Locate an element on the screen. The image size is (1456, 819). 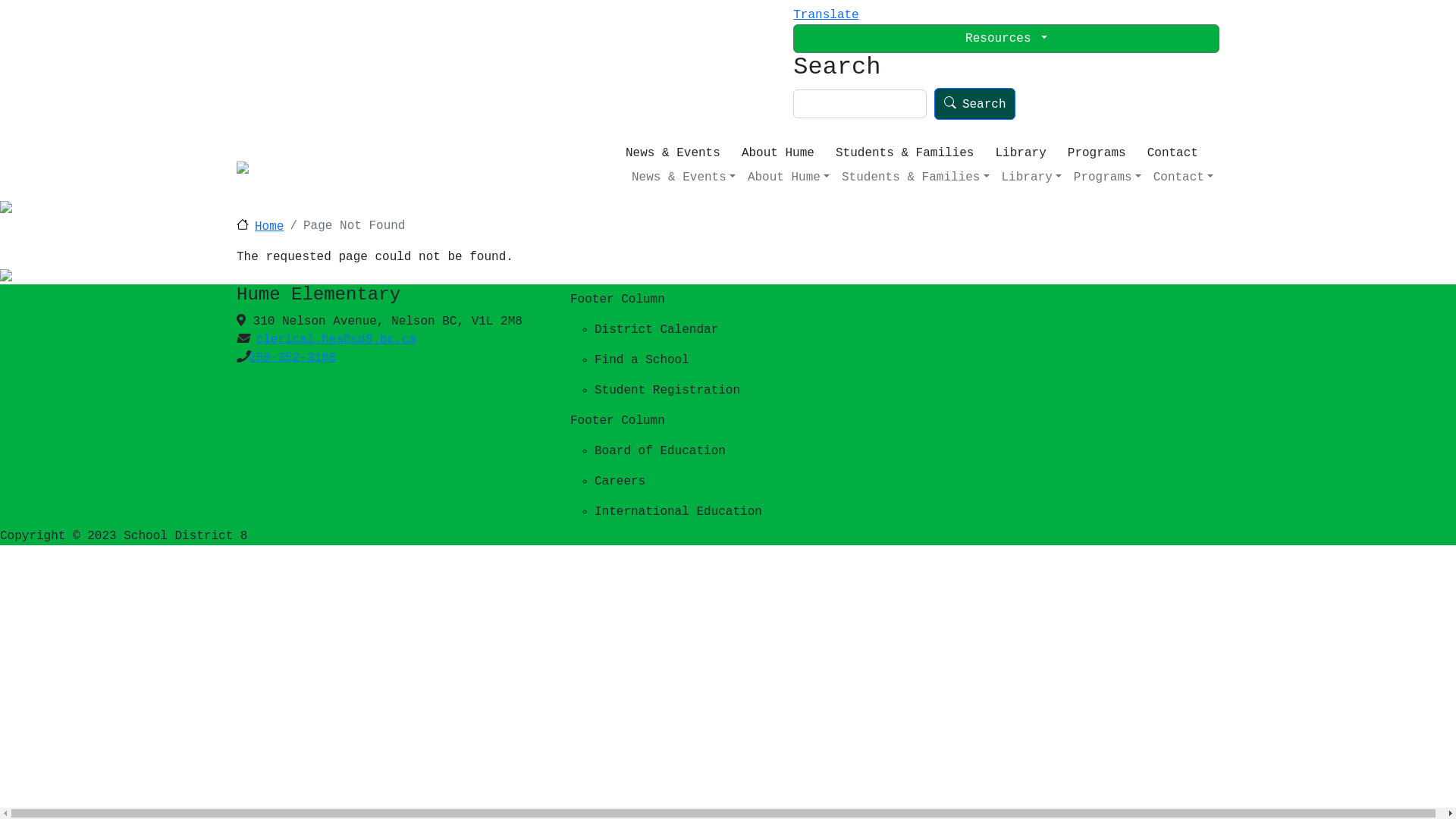
'250-352-3186' is located at coordinates (292, 357).